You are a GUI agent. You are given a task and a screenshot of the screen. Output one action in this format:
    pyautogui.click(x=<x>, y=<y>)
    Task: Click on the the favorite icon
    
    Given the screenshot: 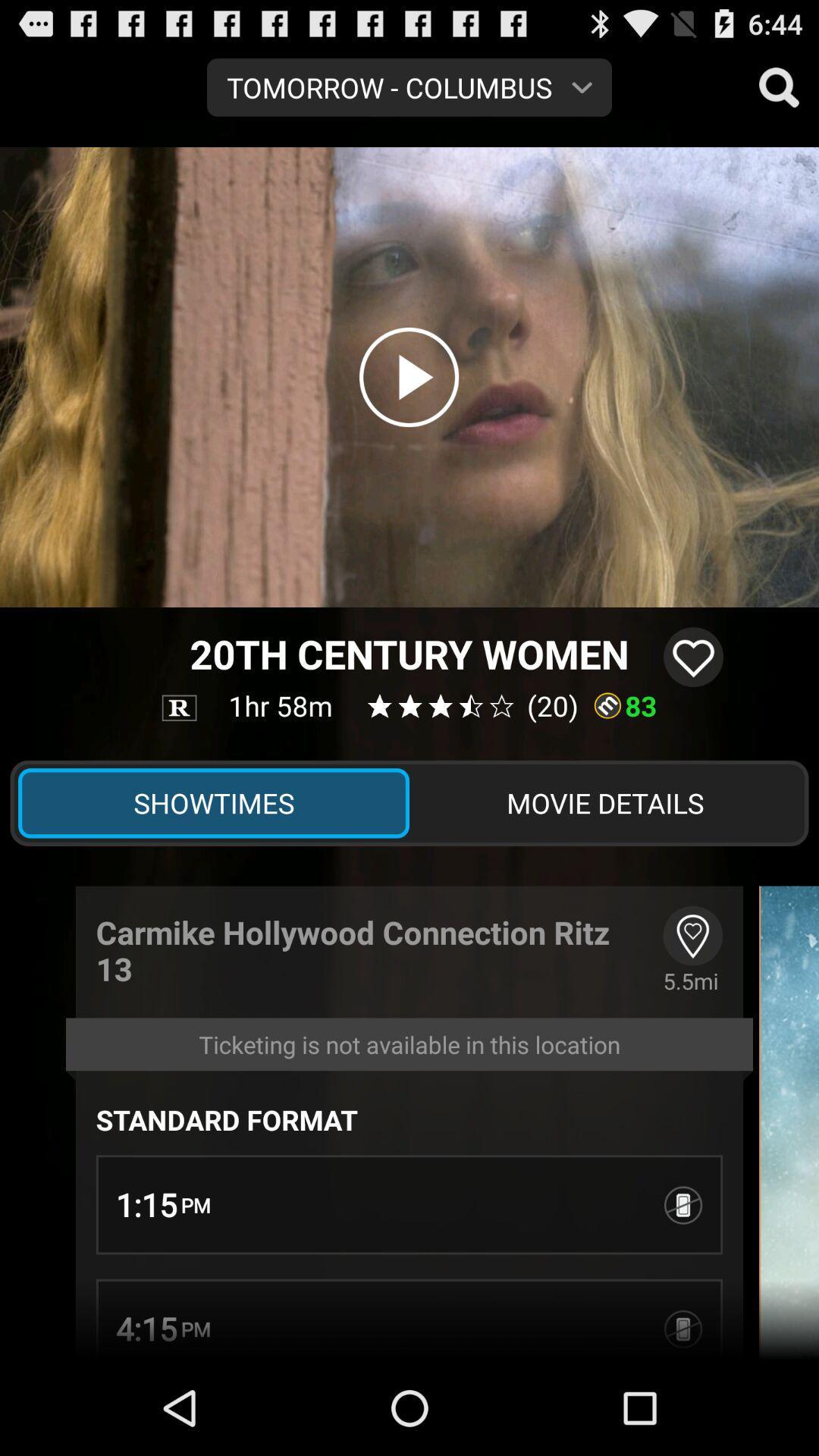 What is the action you would take?
    pyautogui.click(x=693, y=702)
    